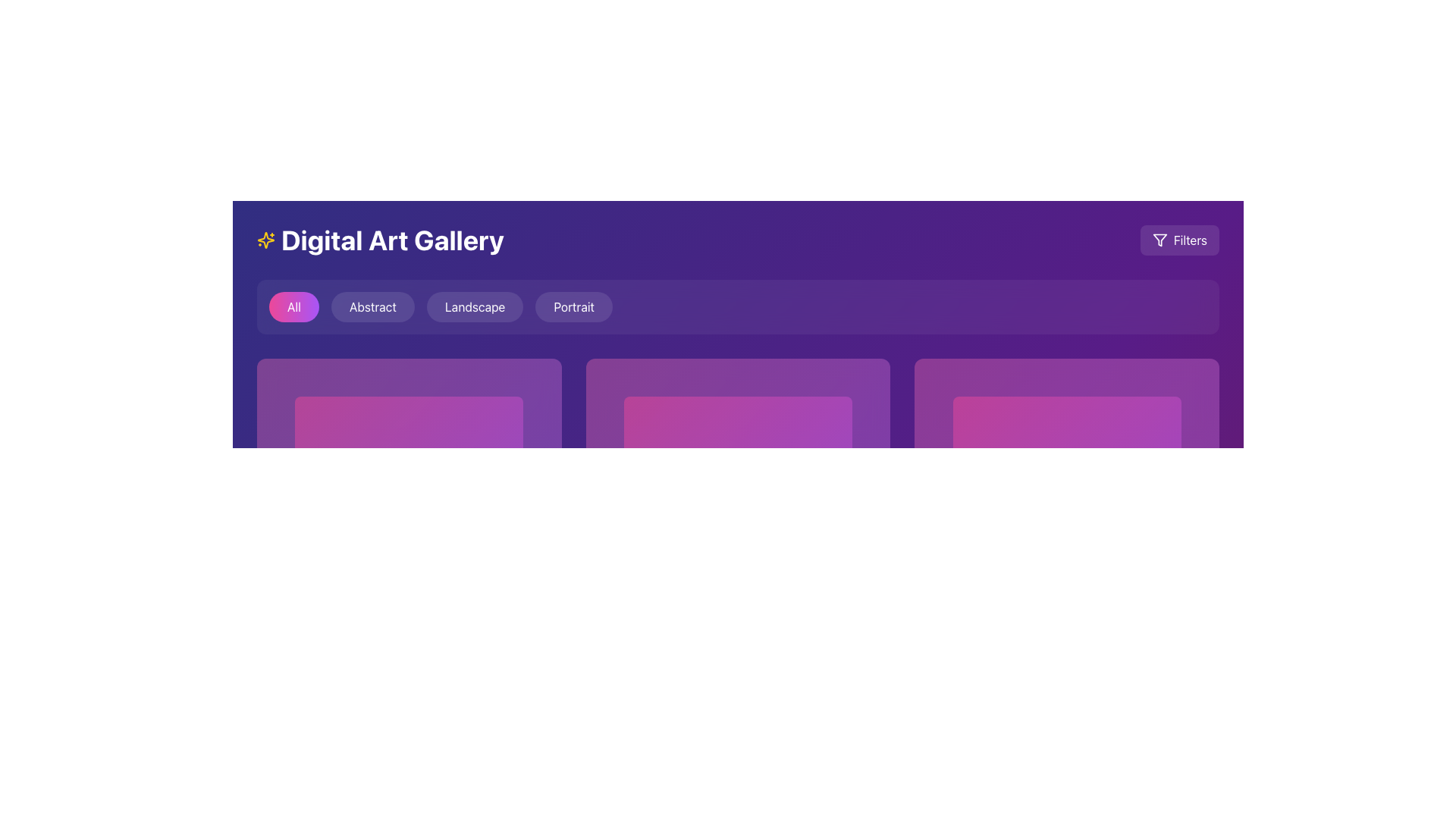 This screenshot has width=1456, height=819. I want to click on the decorative icon located to the immediate left of the 'Digital Art Gallery' title in the header section, so click(265, 239).